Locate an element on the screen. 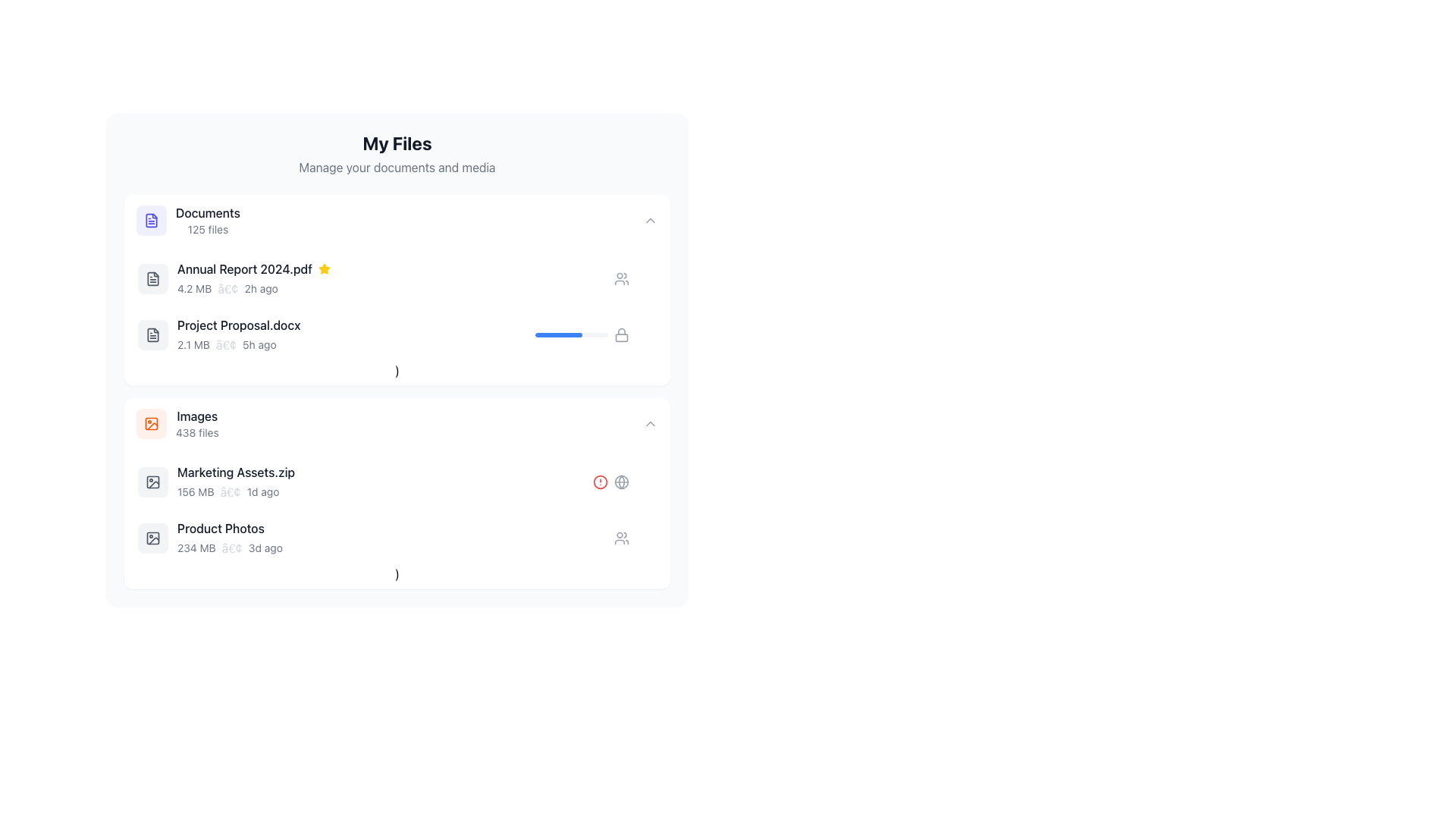  the options button represented as three horizontally aligned dots is located at coordinates (645, 537).